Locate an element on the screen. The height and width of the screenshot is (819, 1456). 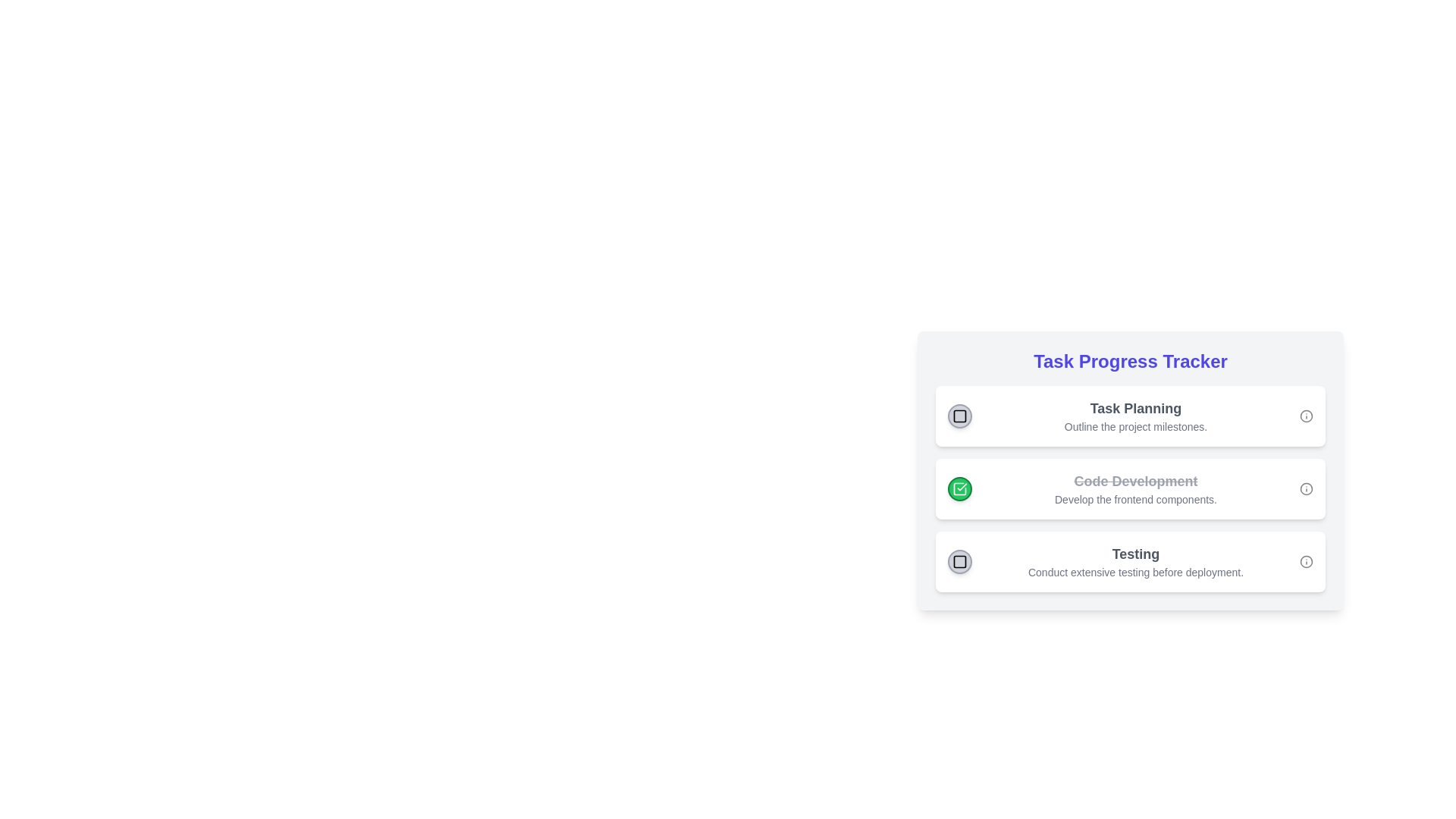
the square icon with a thin black border and light gray background, located in the upper part of the 'Task Planning' card in the progress tracker interface is located at coordinates (959, 416).